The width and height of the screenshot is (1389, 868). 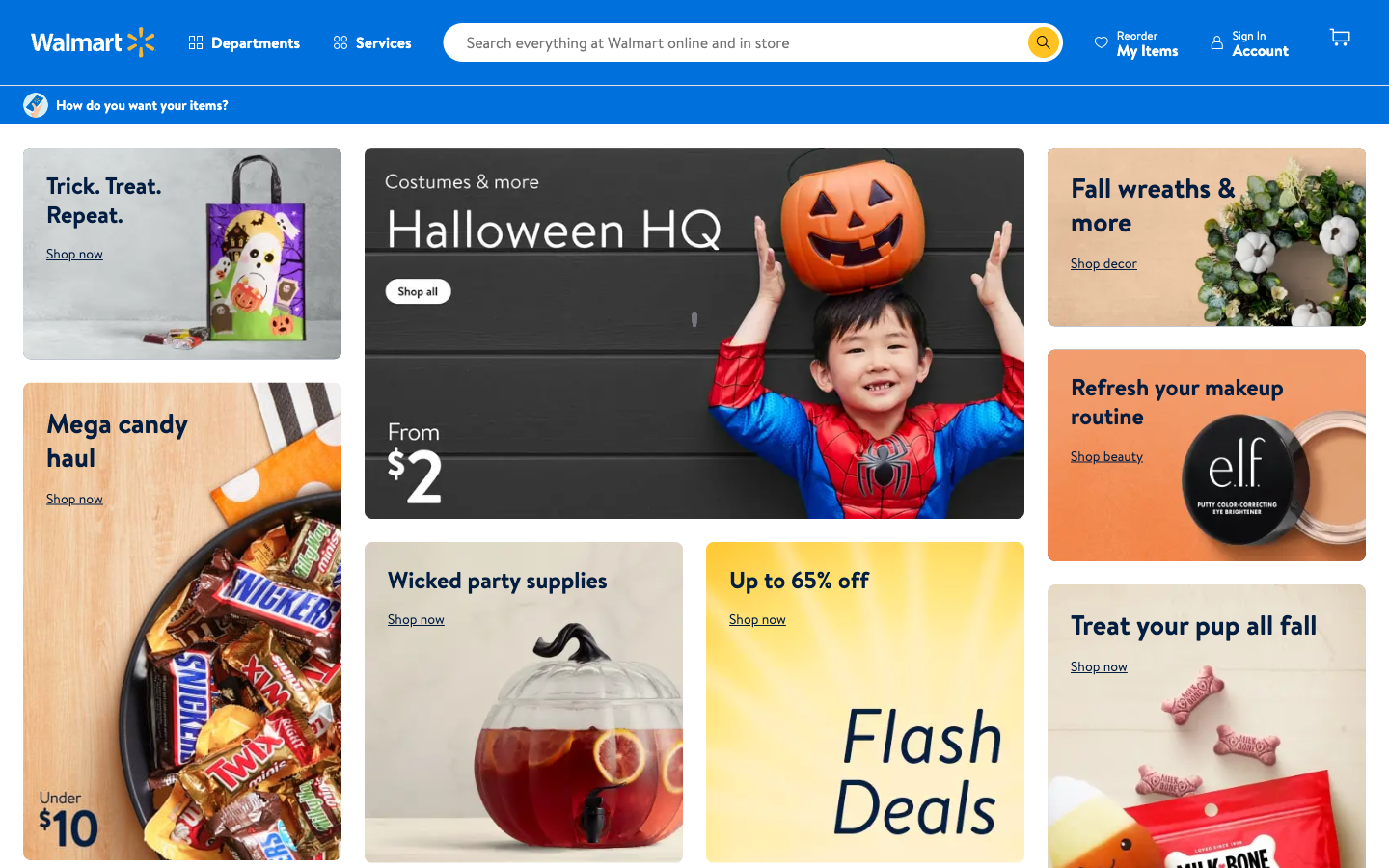 I want to click on Explore the available flash deals, so click(x=863, y=701).